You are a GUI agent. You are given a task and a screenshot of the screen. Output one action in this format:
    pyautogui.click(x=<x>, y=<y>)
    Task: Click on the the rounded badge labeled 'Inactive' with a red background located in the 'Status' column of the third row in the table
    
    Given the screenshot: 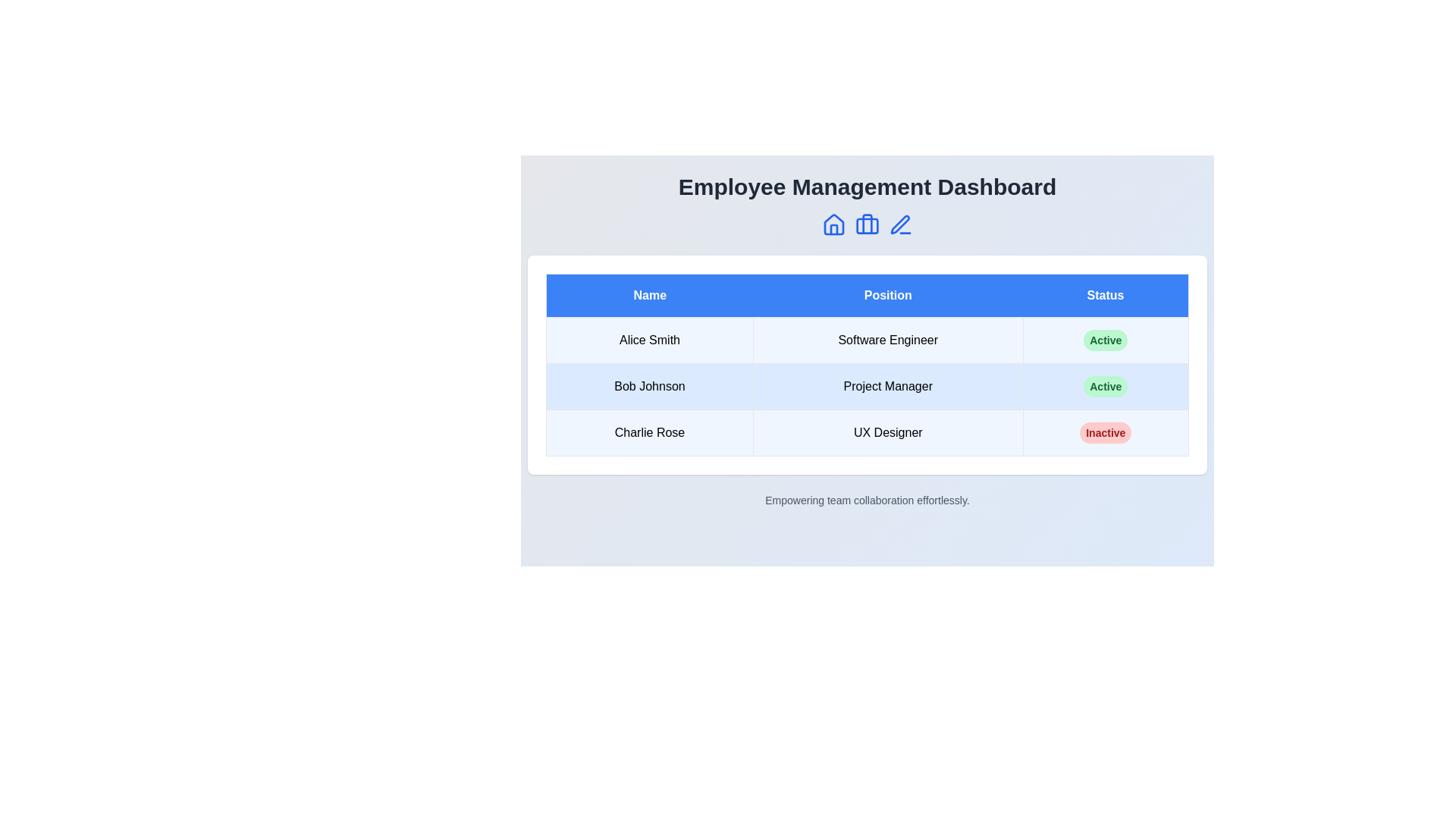 What is the action you would take?
    pyautogui.click(x=1106, y=432)
    